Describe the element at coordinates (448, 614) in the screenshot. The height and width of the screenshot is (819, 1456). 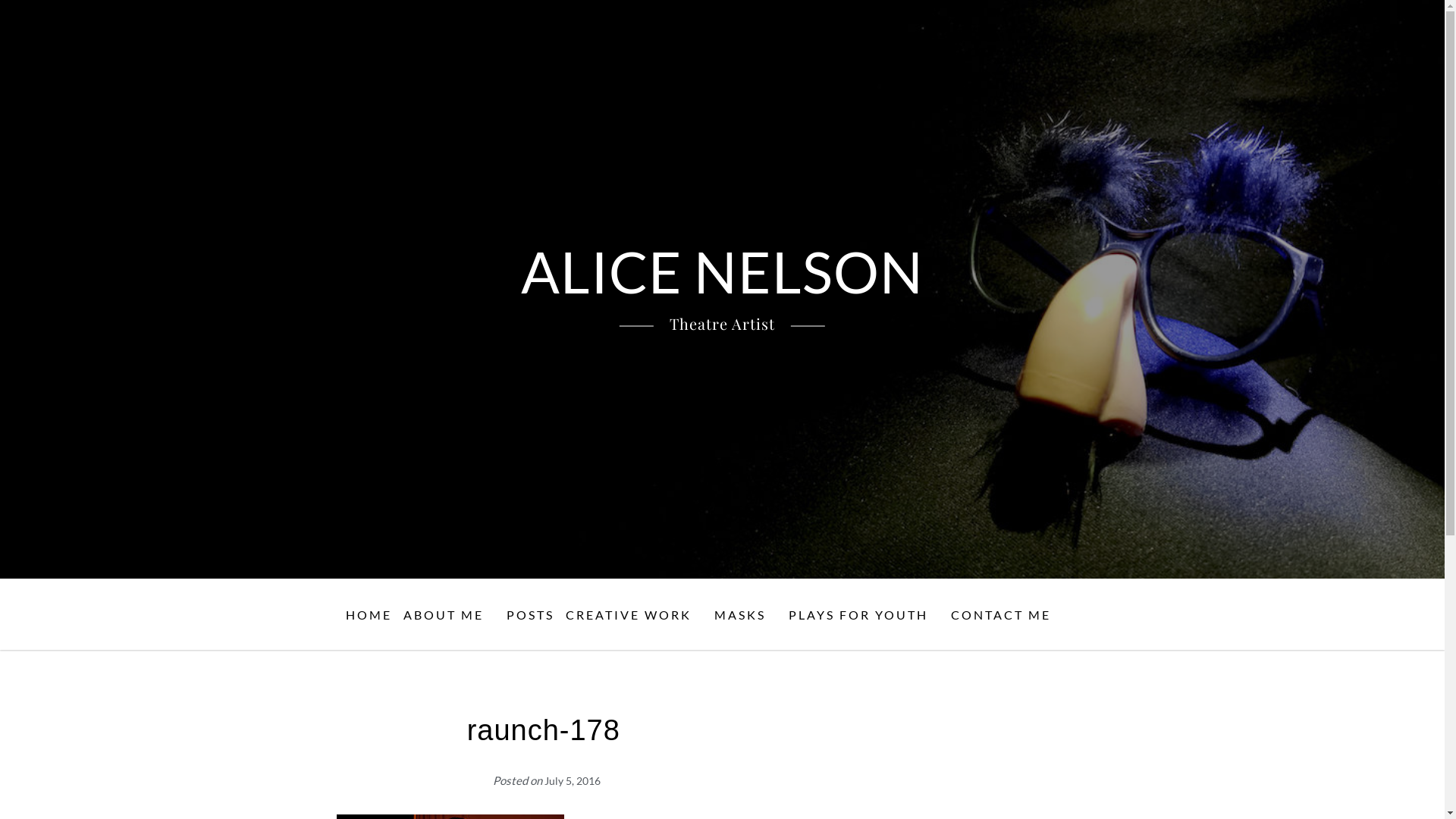
I see `'ABOUT ME'` at that location.